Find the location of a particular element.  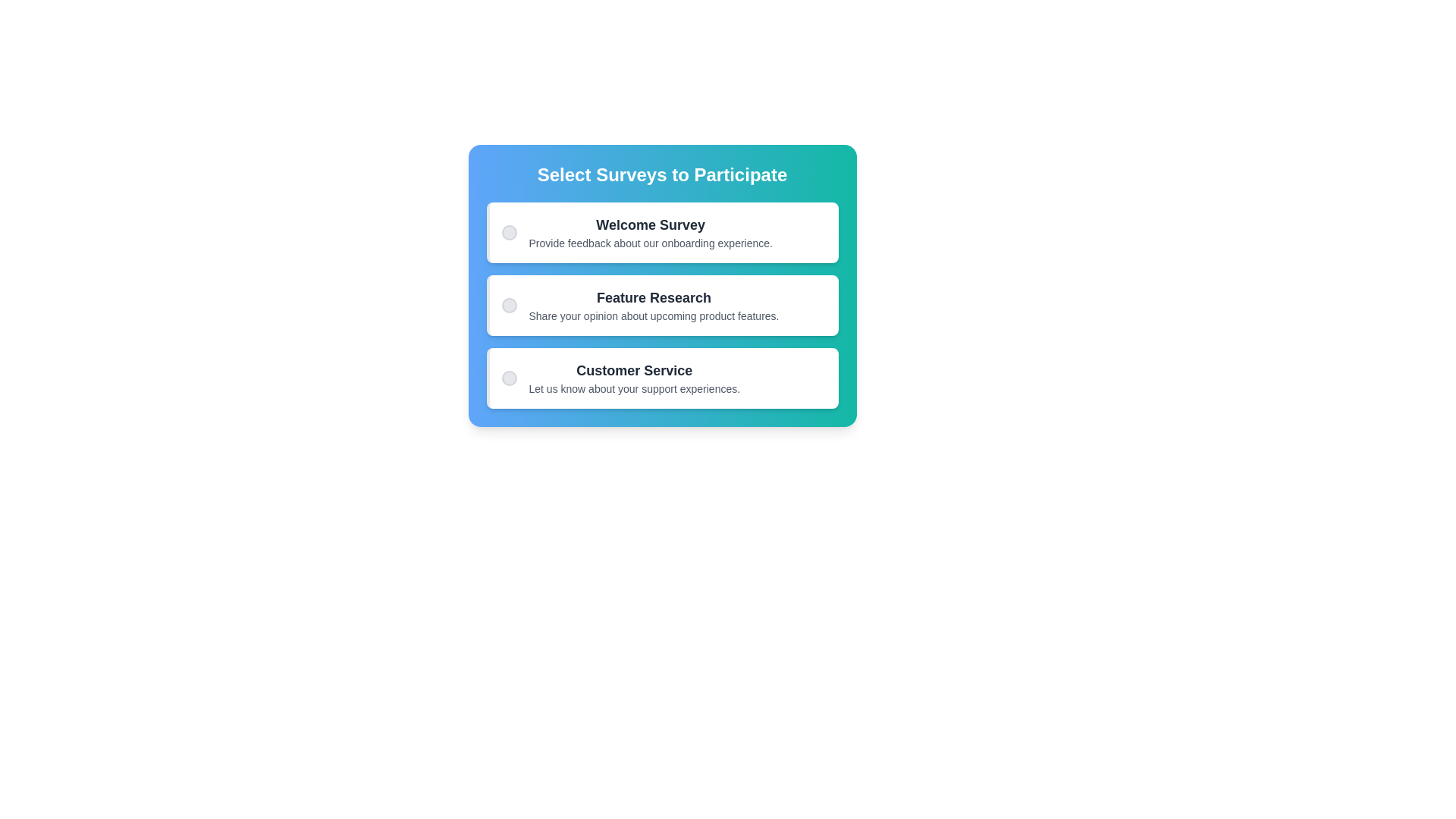

the descriptive text element located below the 'Welcome Survey' header within the white rectangular card in the 'Select Surveys to Participate' section is located at coordinates (651, 242).